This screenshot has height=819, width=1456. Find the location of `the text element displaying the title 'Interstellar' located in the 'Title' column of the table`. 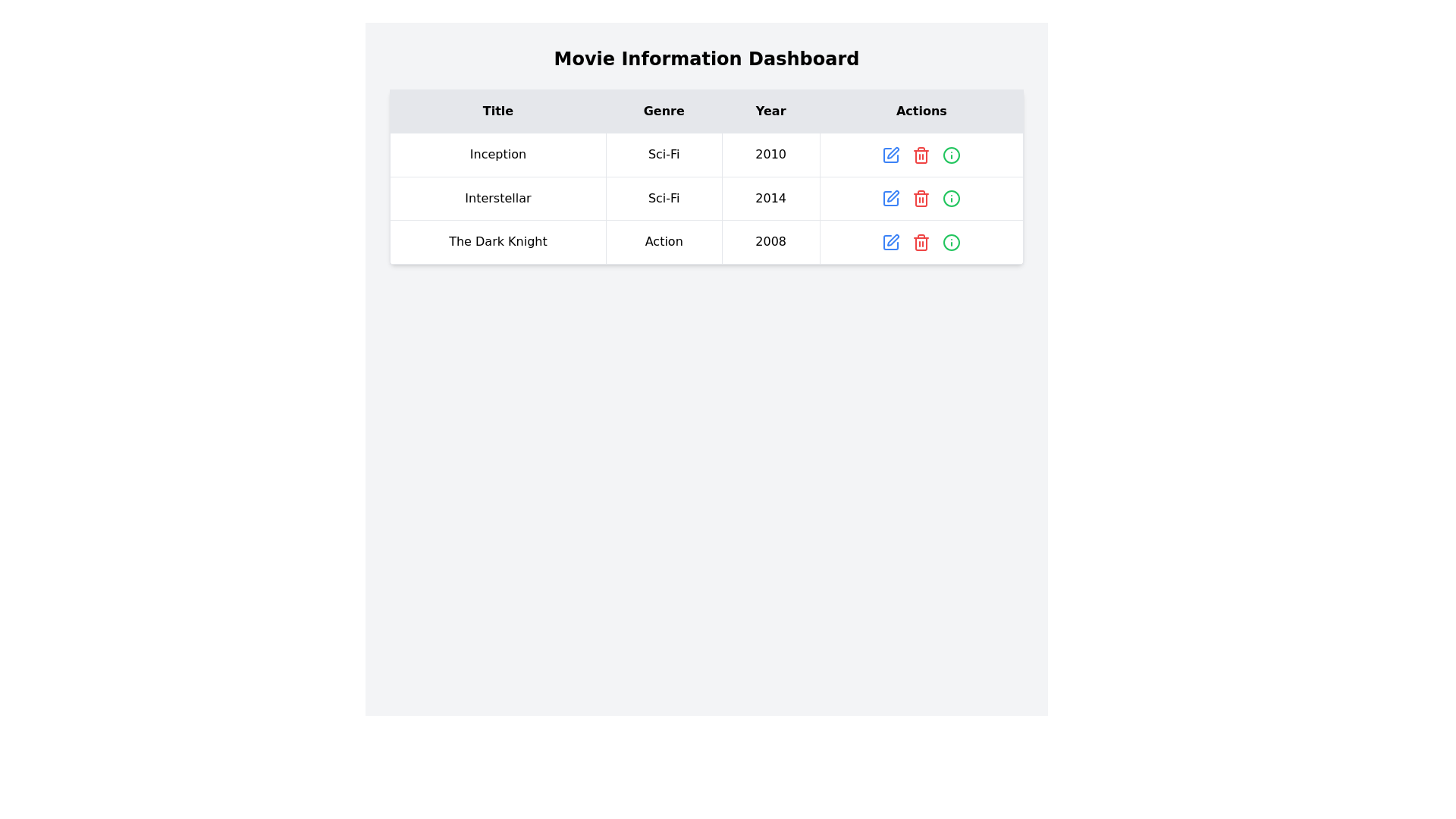

the text element displaying the title 'Interstellar' located in the 'Title' column of the table is located at coordinates (498, 197).